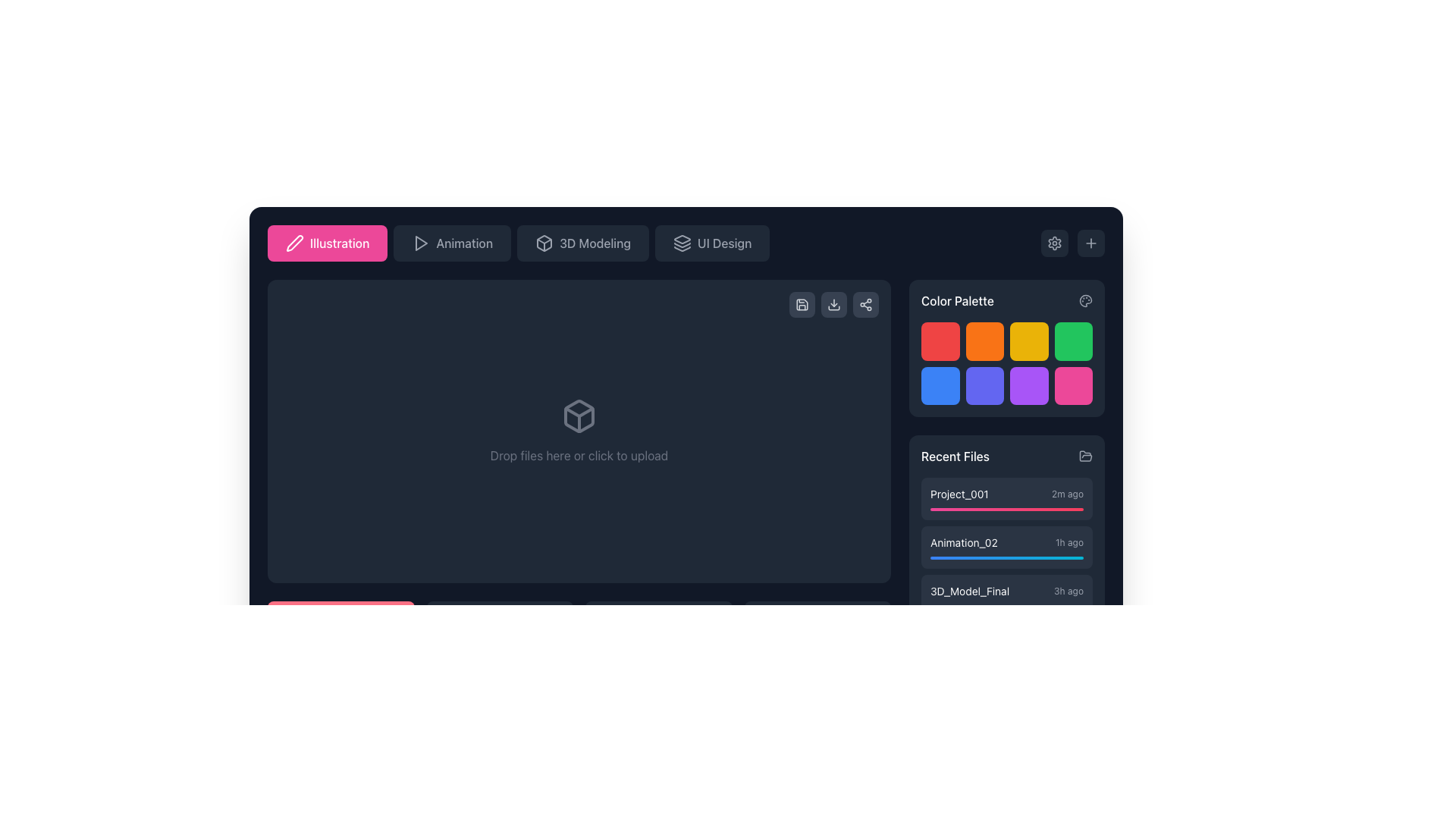 The height and width of the screenshot is (819, 1456). I want to click on the 'Eraser' button, which is the second button in a grid of four, so click(500, 637).